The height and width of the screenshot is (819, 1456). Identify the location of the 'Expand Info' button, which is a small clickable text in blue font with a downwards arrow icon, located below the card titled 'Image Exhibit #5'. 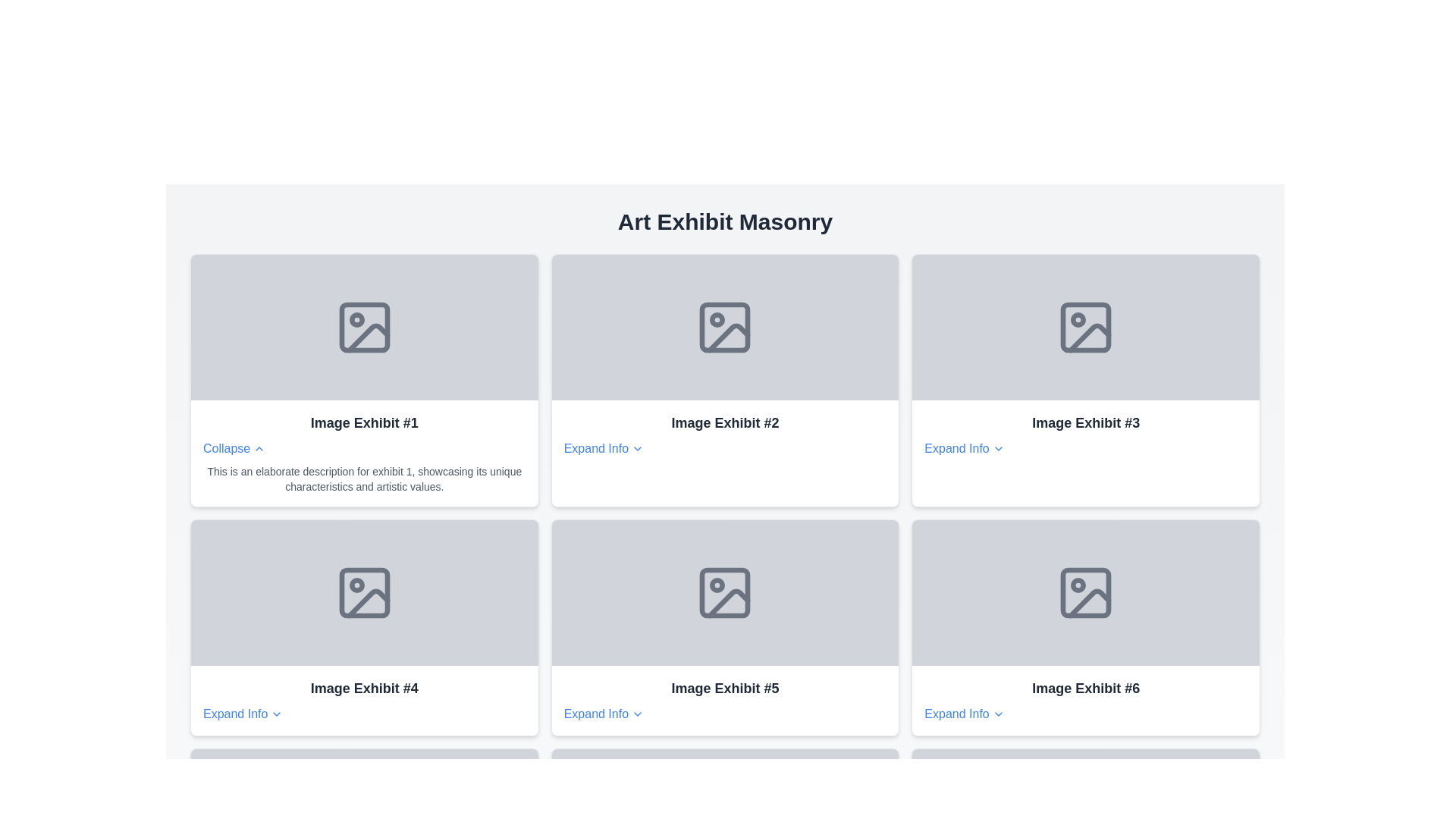
(603, 714).